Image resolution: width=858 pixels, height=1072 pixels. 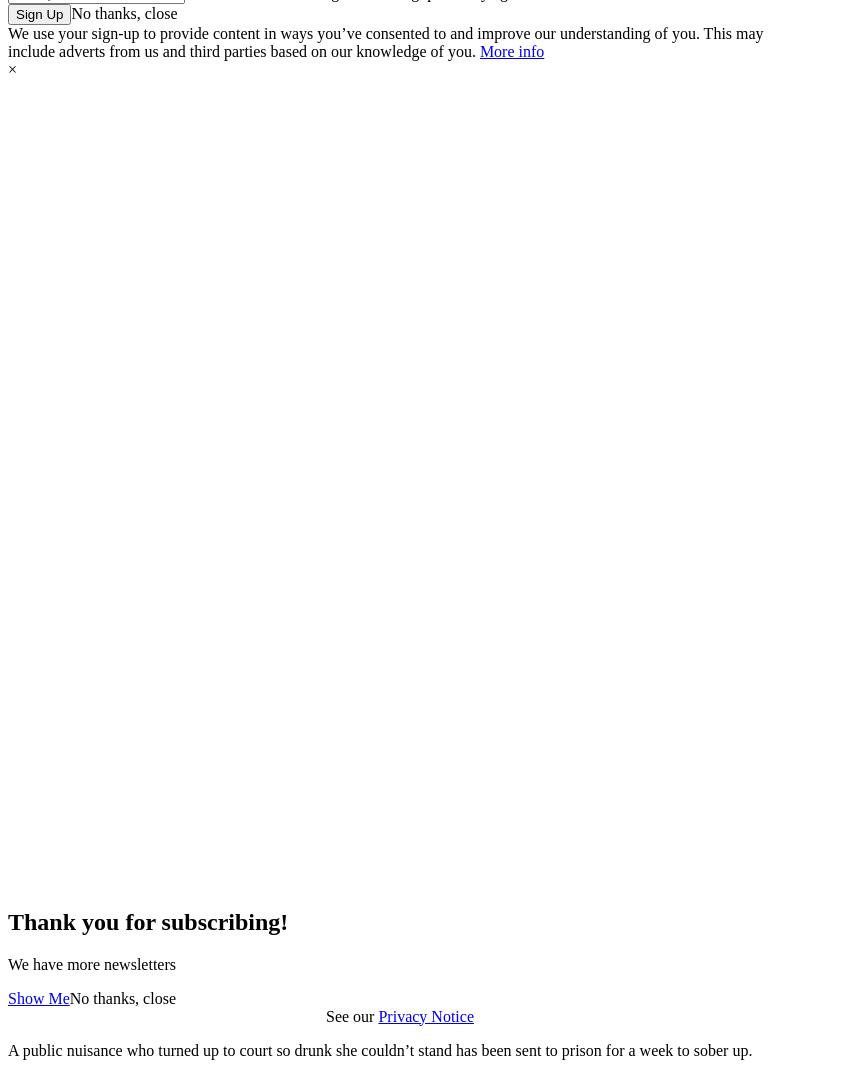 I want to click on 'We have more newsletters', so click(x=91, y=962).